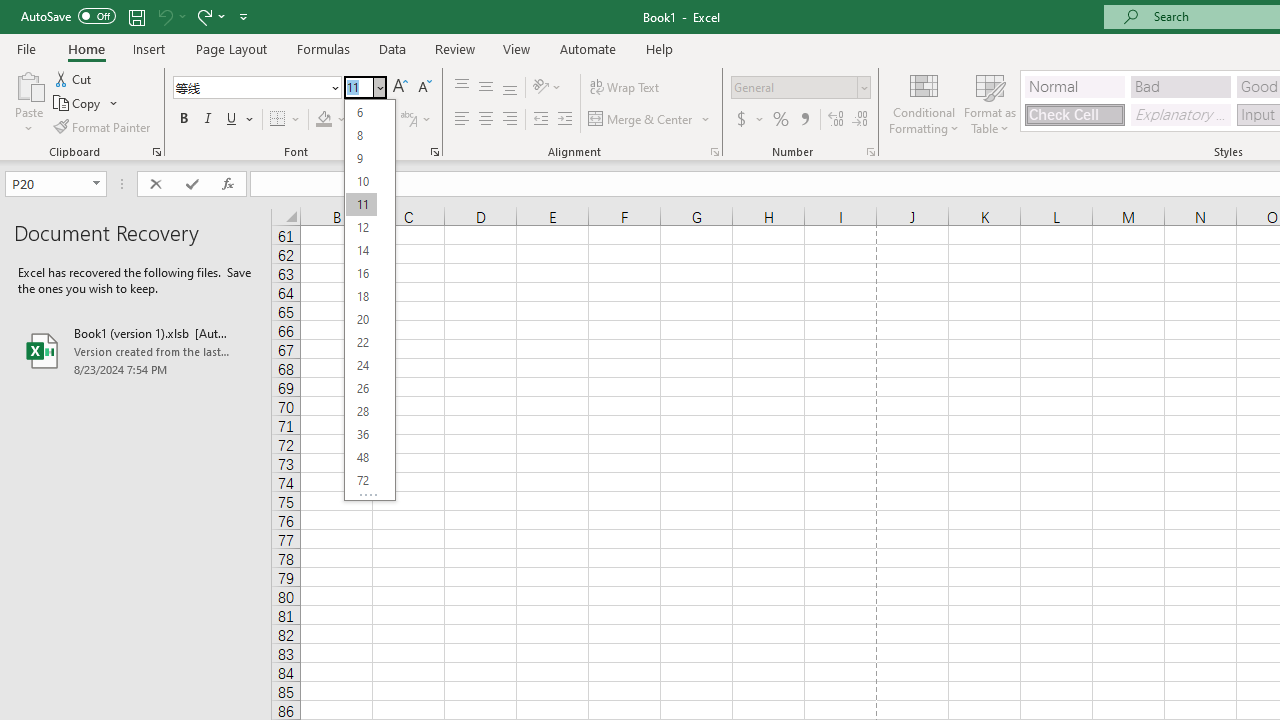 The image size is (1280, 720). I want to click on 'Increase Decimal', so click(836, 119).